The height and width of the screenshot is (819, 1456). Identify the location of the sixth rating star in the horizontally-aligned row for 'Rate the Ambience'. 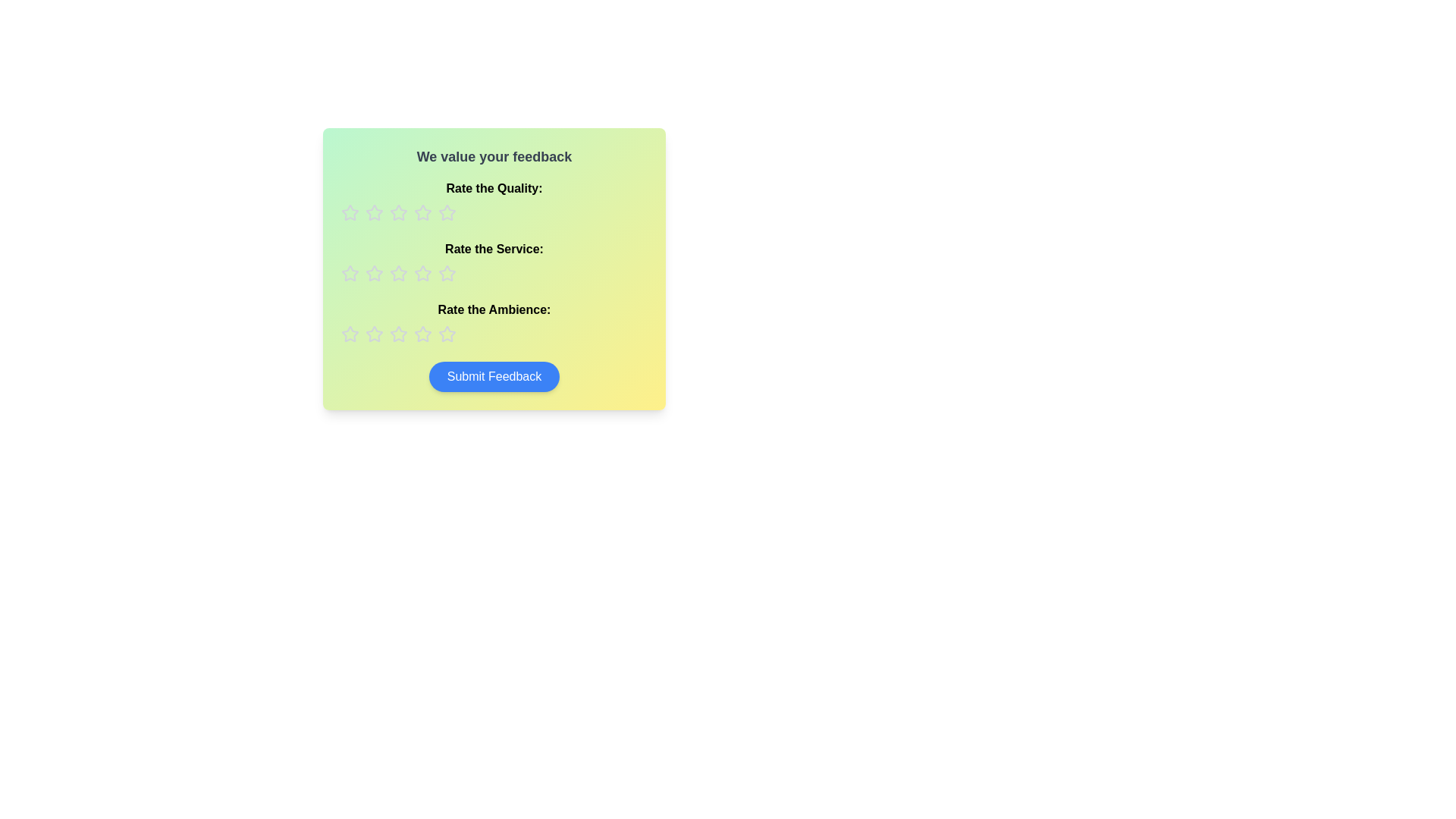
(422, 333).